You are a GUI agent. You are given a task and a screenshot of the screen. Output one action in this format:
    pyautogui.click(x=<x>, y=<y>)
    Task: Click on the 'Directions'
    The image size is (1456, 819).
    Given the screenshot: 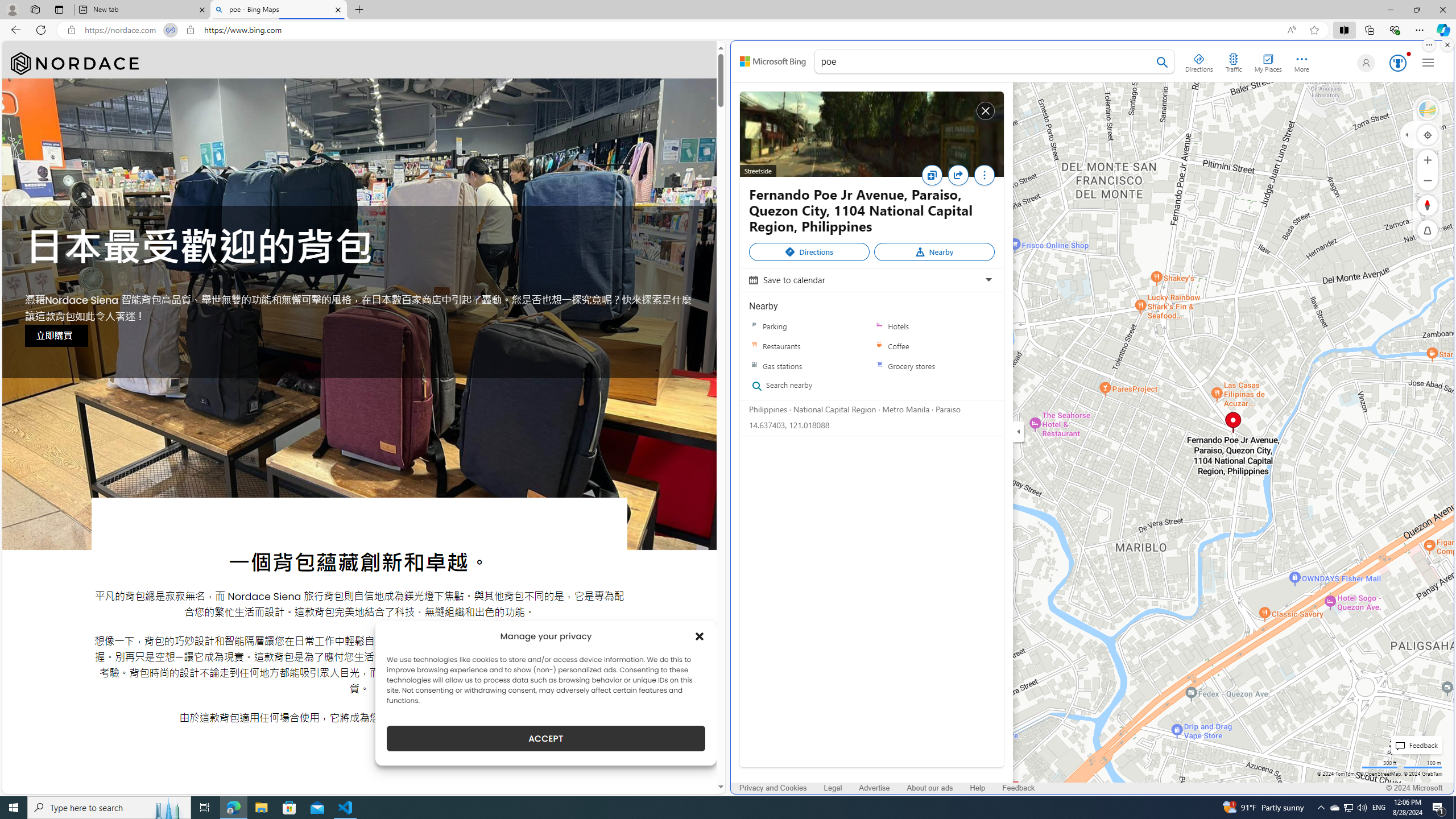 What is the action you would take?
    pyautogui.click(x=809, y=252)
    